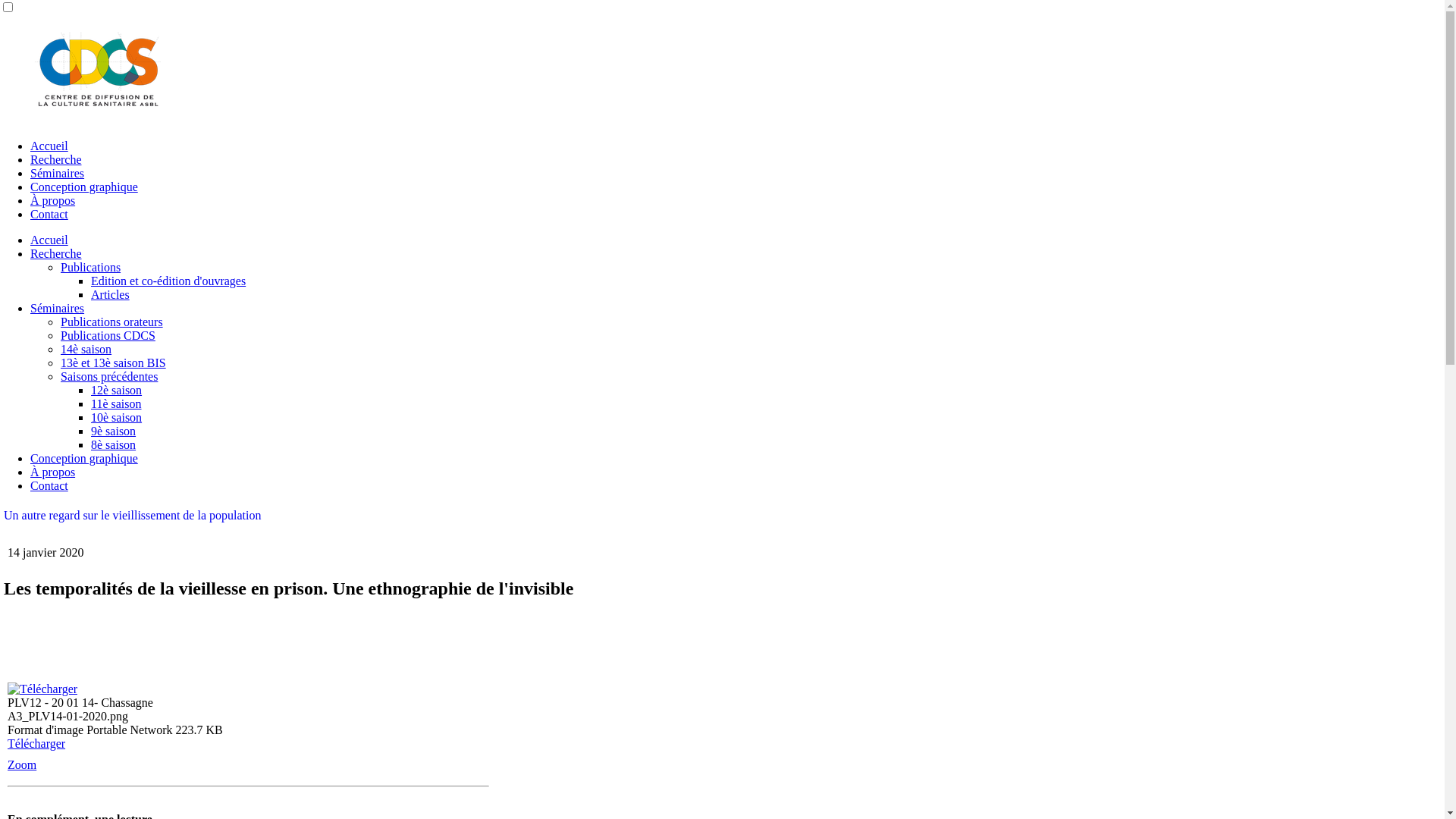  What do you see at coordinates (30, 146) in the screenshot?
I see `'Accueil'` at bounding box center [30, 146].